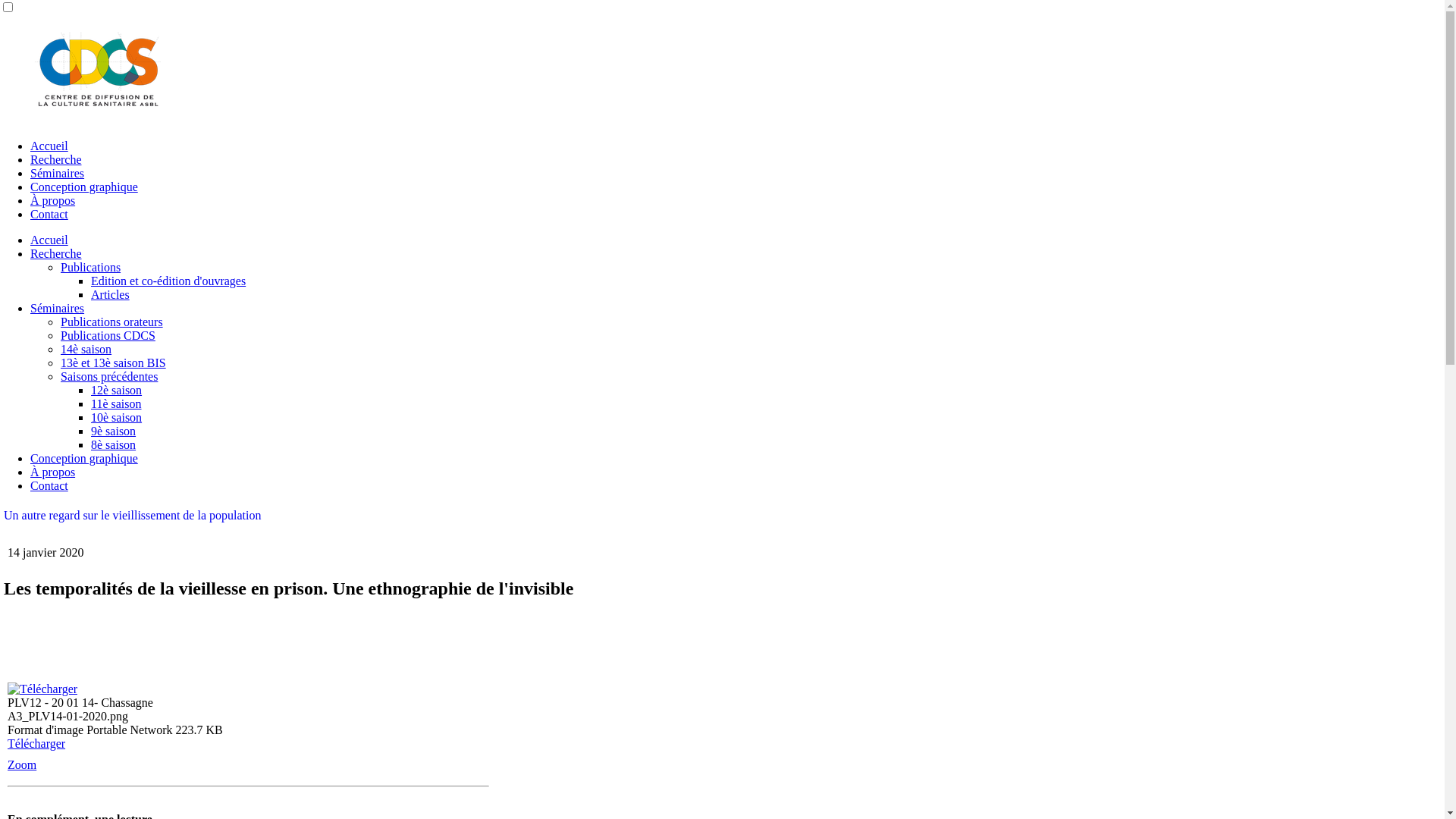  What do you see at coordinates (30, 146) in the screenshot?
I see `'Accueil'` at bounding box center [30, 146].